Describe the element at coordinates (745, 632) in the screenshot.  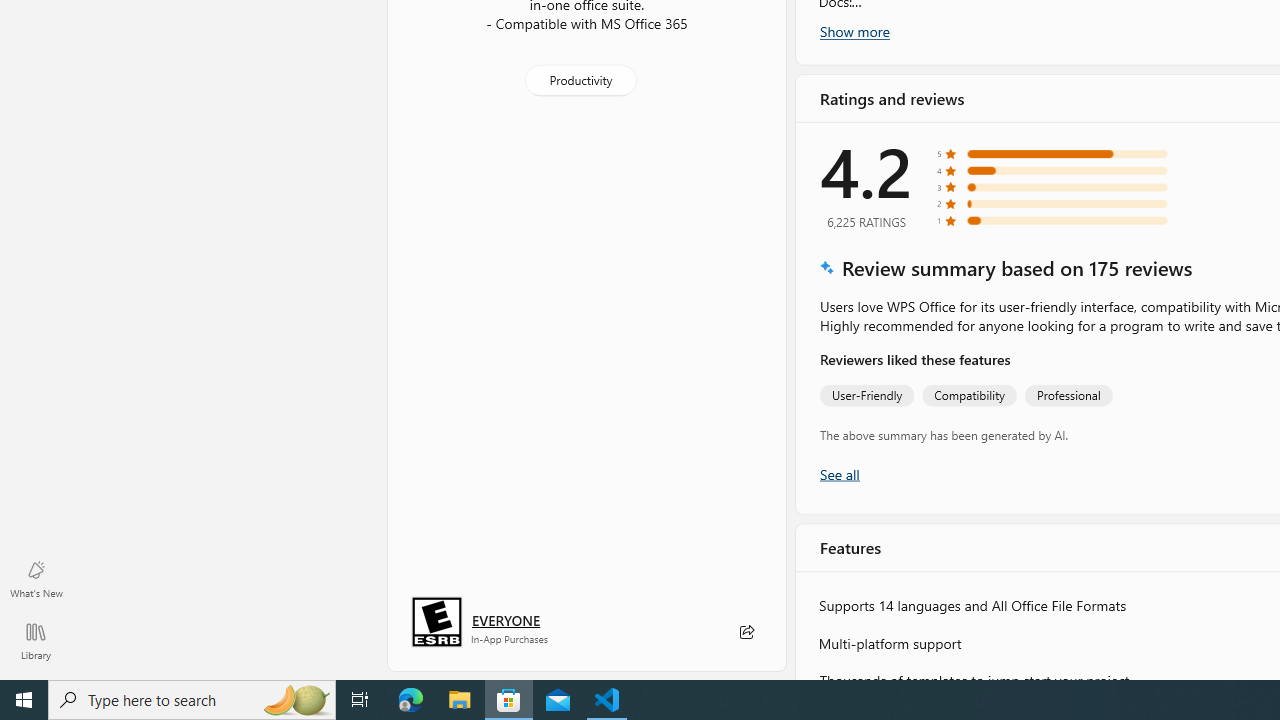
I see `'Share'` at that location.